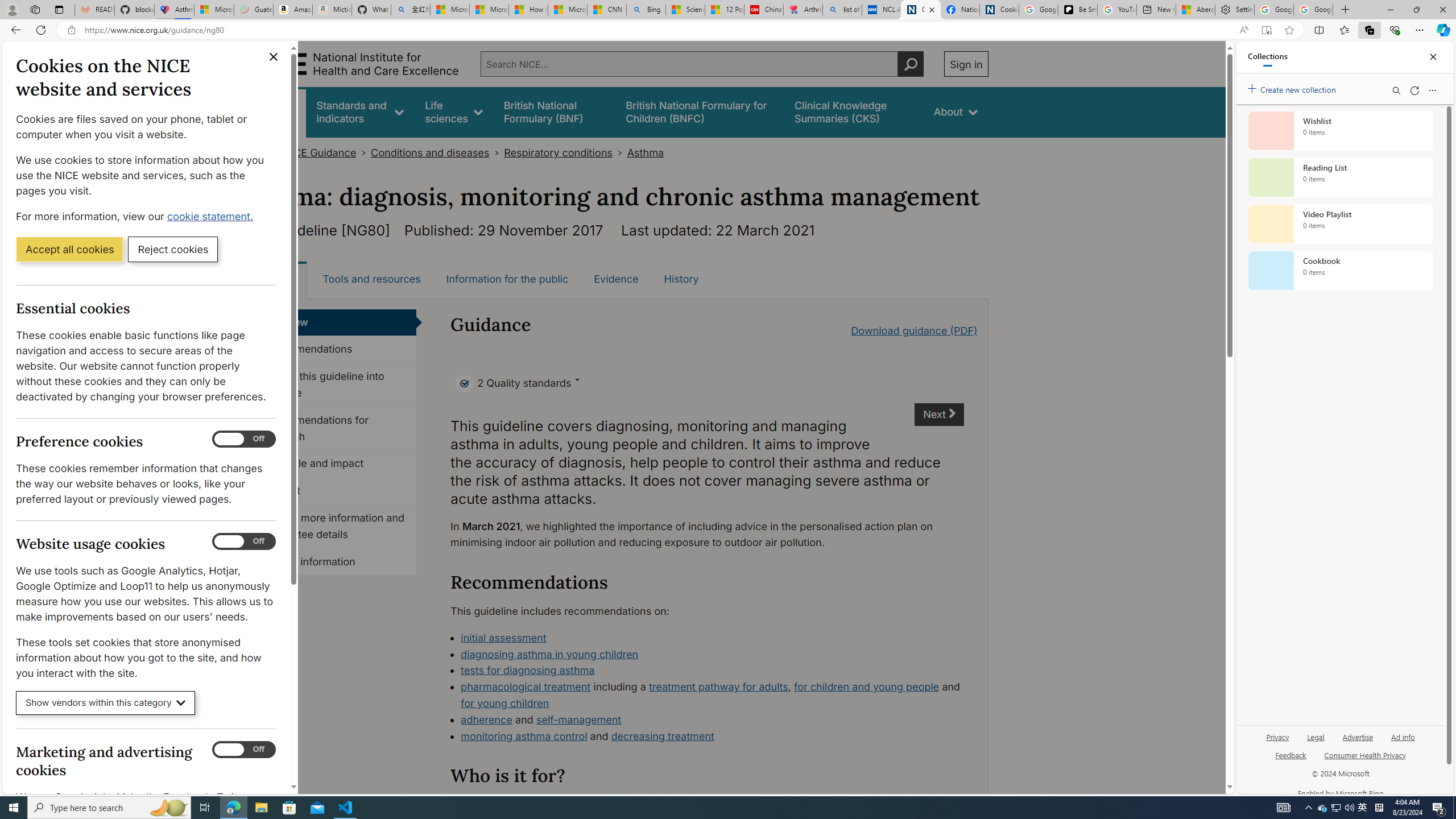 The width and height of the screenshot is (1456, 819). Describe the element at coordinates (437, 152) in the screenshot. I see `'Conditions and diseases>'` at that location.